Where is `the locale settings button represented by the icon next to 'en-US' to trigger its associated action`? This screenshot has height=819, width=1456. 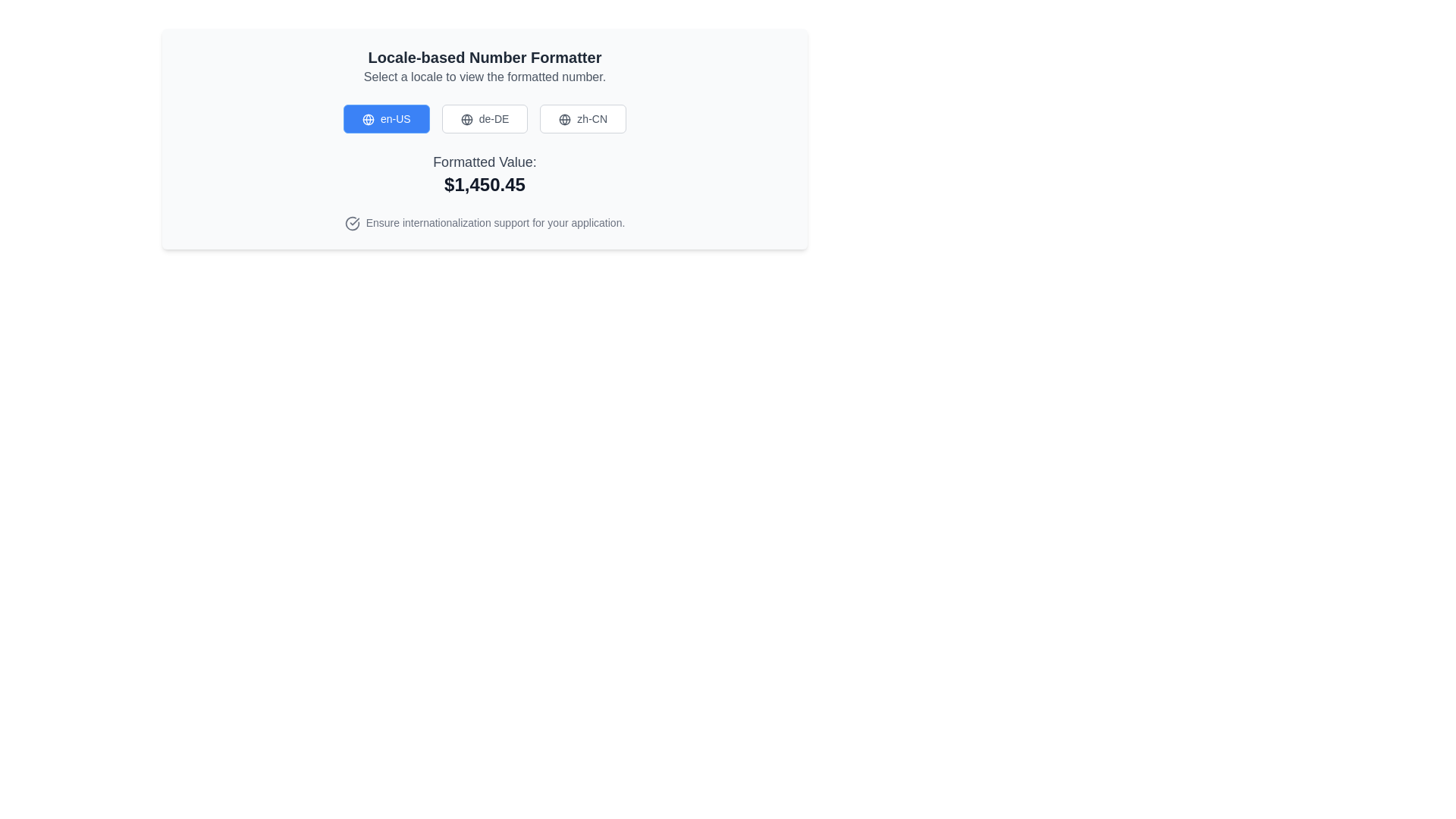
the locale settings button represented by the icon next to 'en-US' to trigger its associated action is located at coordinates (368, 119).